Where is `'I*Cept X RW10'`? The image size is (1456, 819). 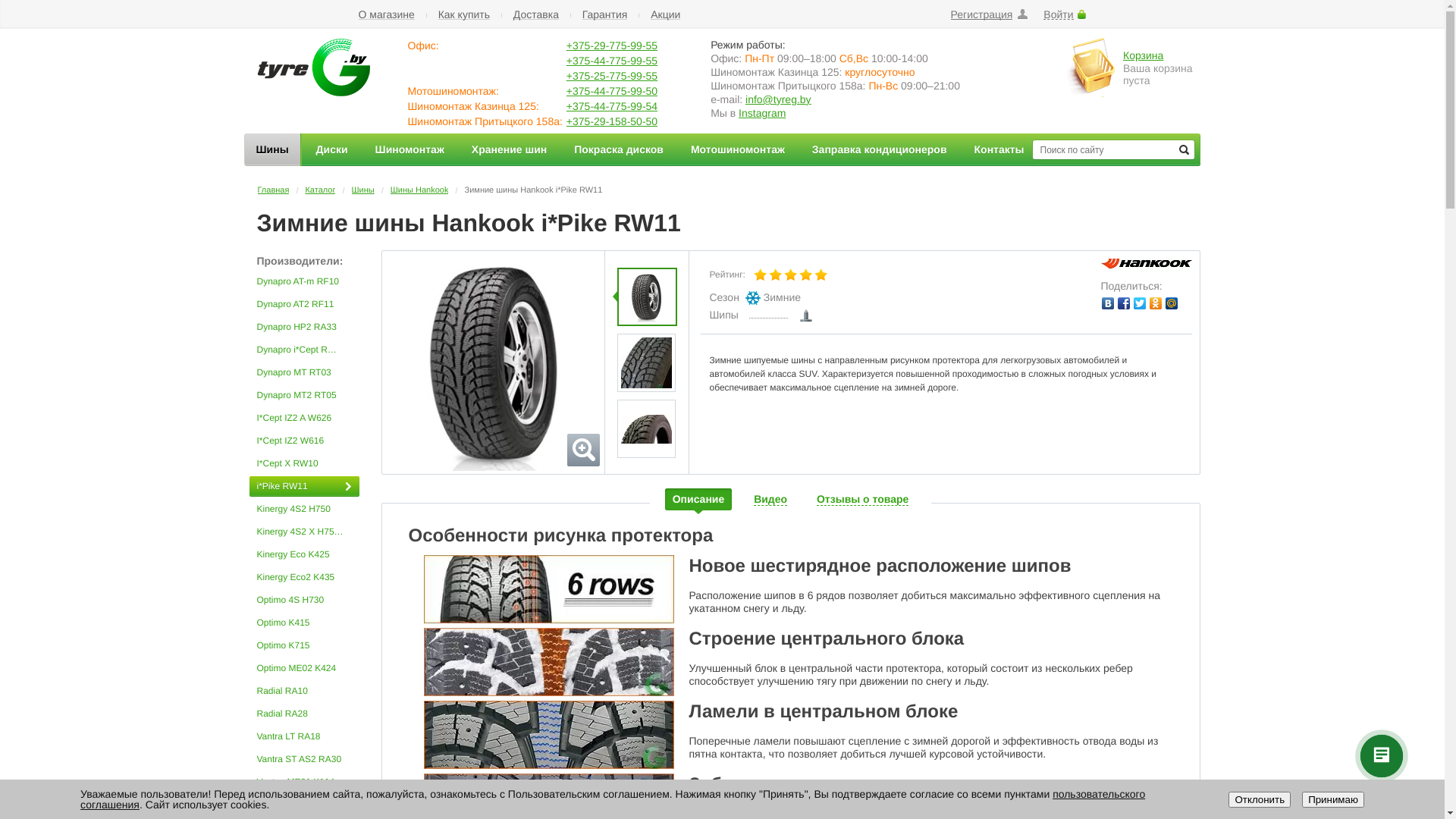
'I*Cept X RW10' is located at coordinates (303, 463).